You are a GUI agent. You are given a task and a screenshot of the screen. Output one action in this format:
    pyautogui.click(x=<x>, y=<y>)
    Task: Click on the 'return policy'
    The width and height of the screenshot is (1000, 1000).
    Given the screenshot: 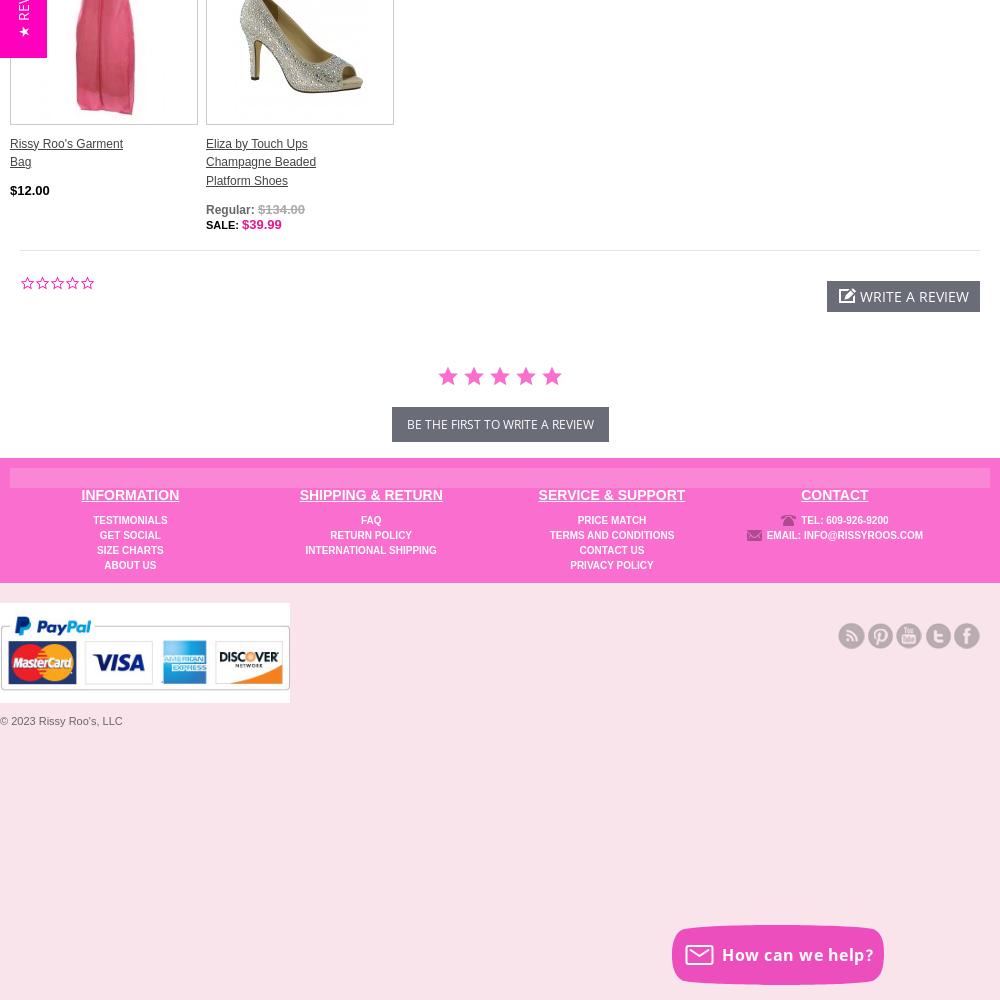 What is the action you would take?
    pyautogui.click(x=370, y=534)
    